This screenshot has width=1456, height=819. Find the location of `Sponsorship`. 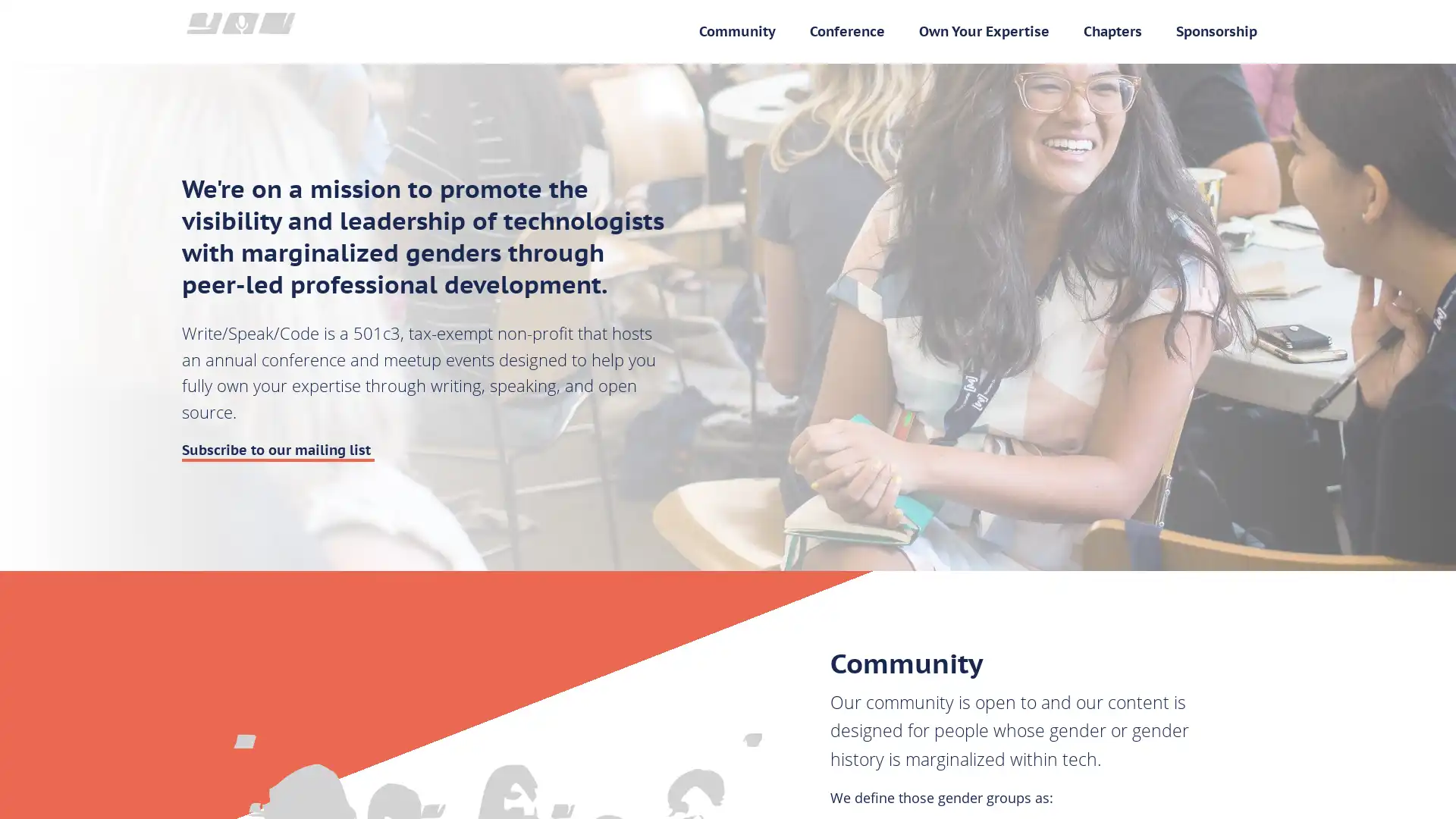

Sponsorship is located at coordinates (1216, 31).